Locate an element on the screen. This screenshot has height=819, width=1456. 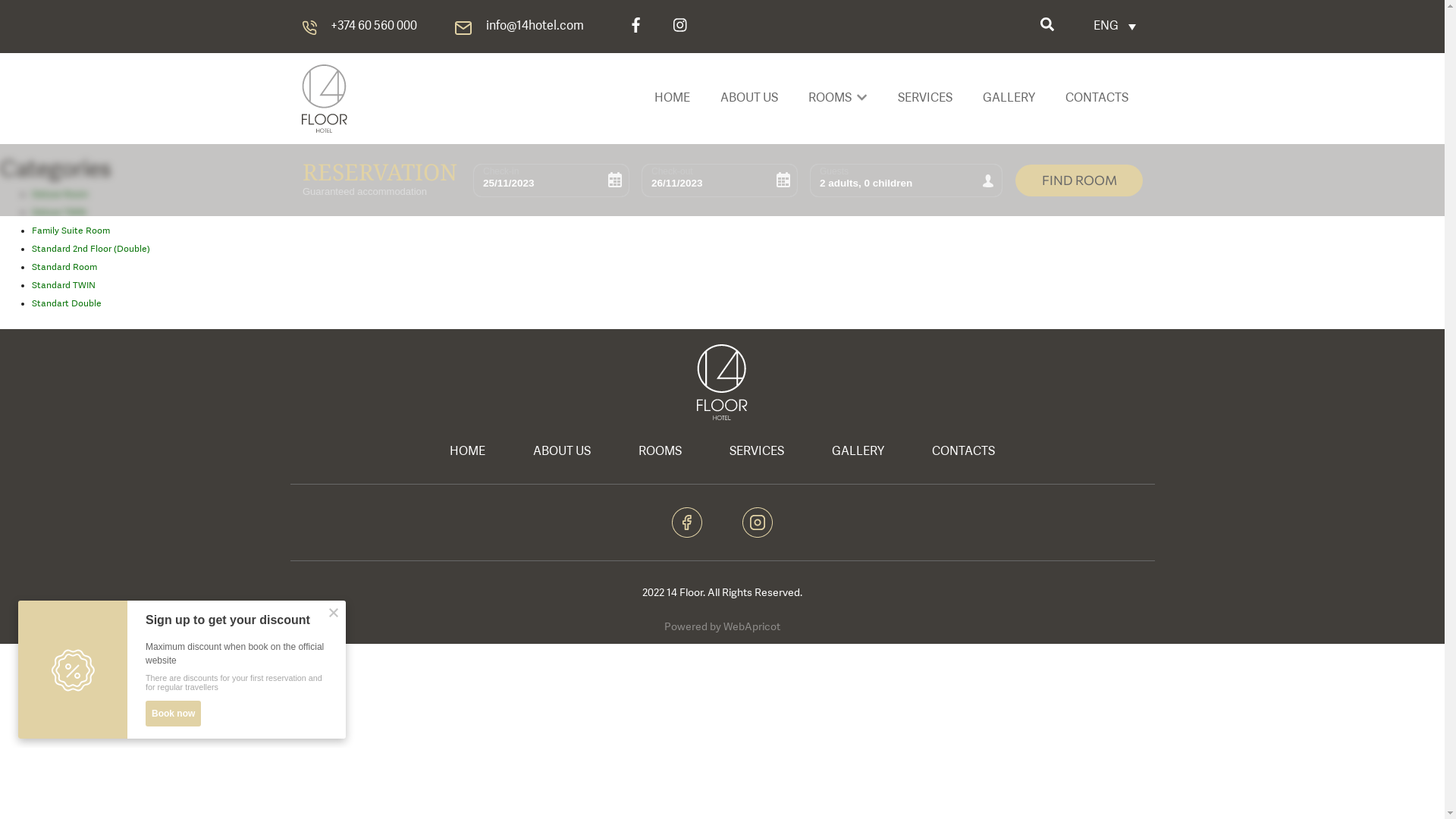
'GALLERY' is located at coordinates (808, 451).